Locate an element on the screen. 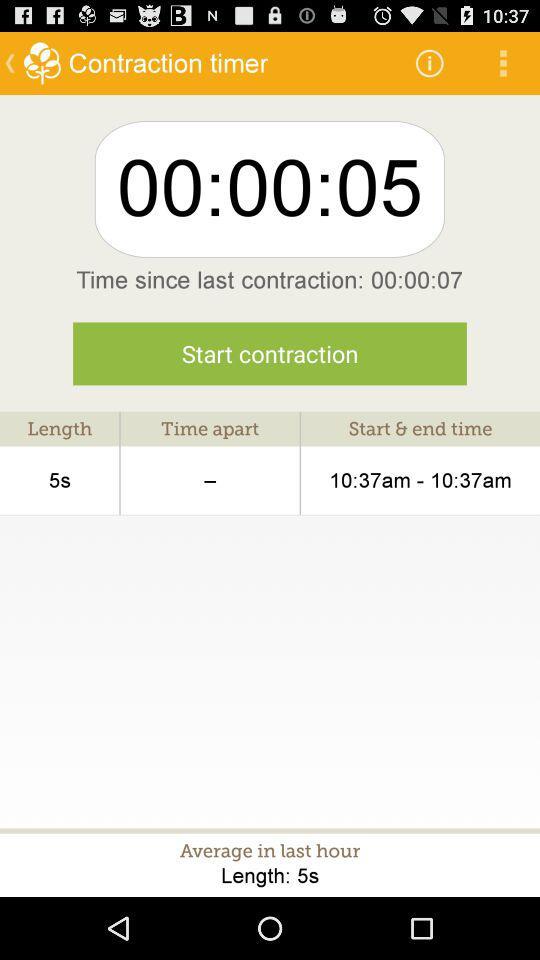 This screenshot has width=540, height=960. the icon above time since last item is located at coordinates (502, 62).